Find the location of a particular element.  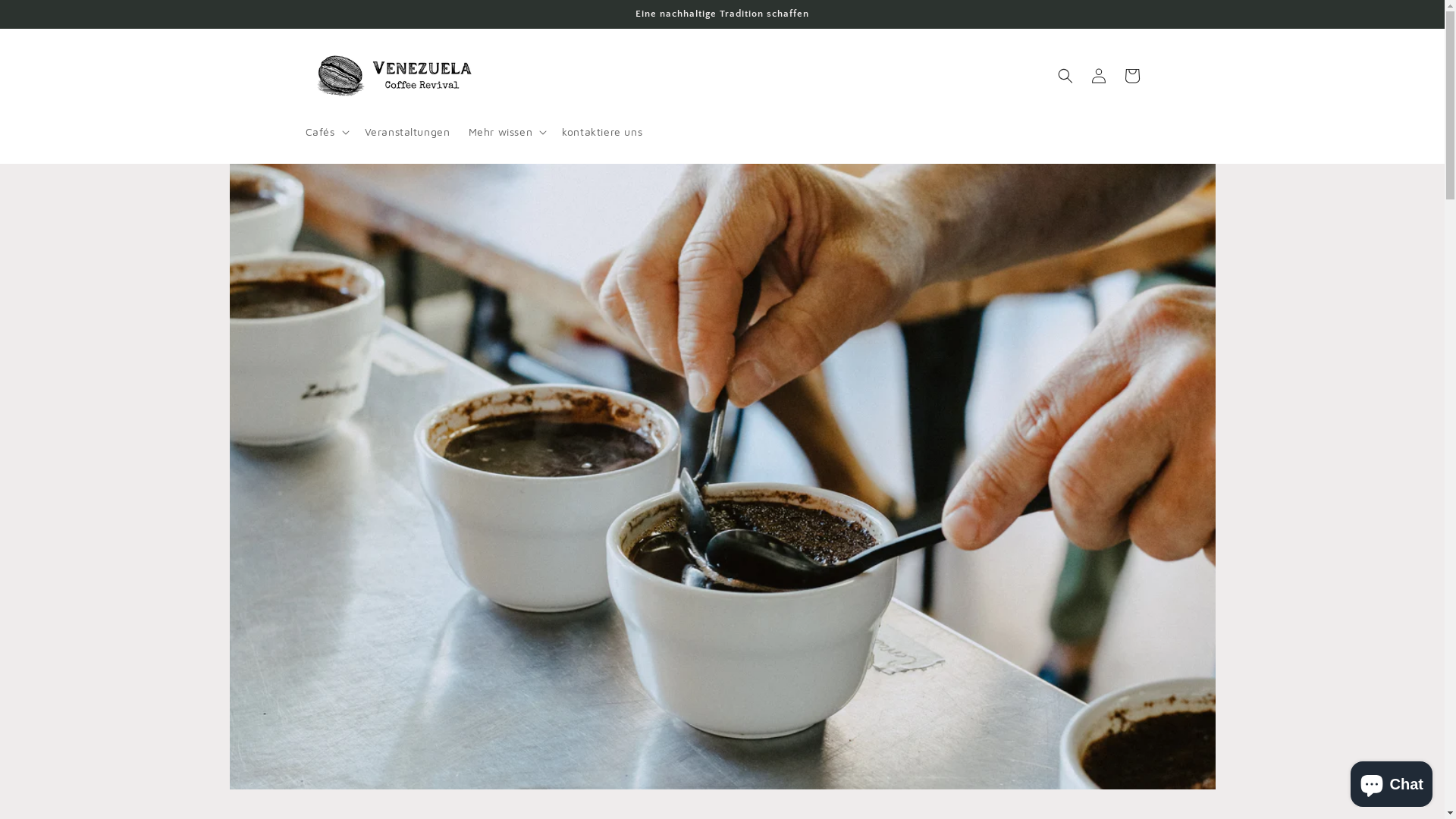

'Veranstaltungen' is located at coordinates (406, 130).